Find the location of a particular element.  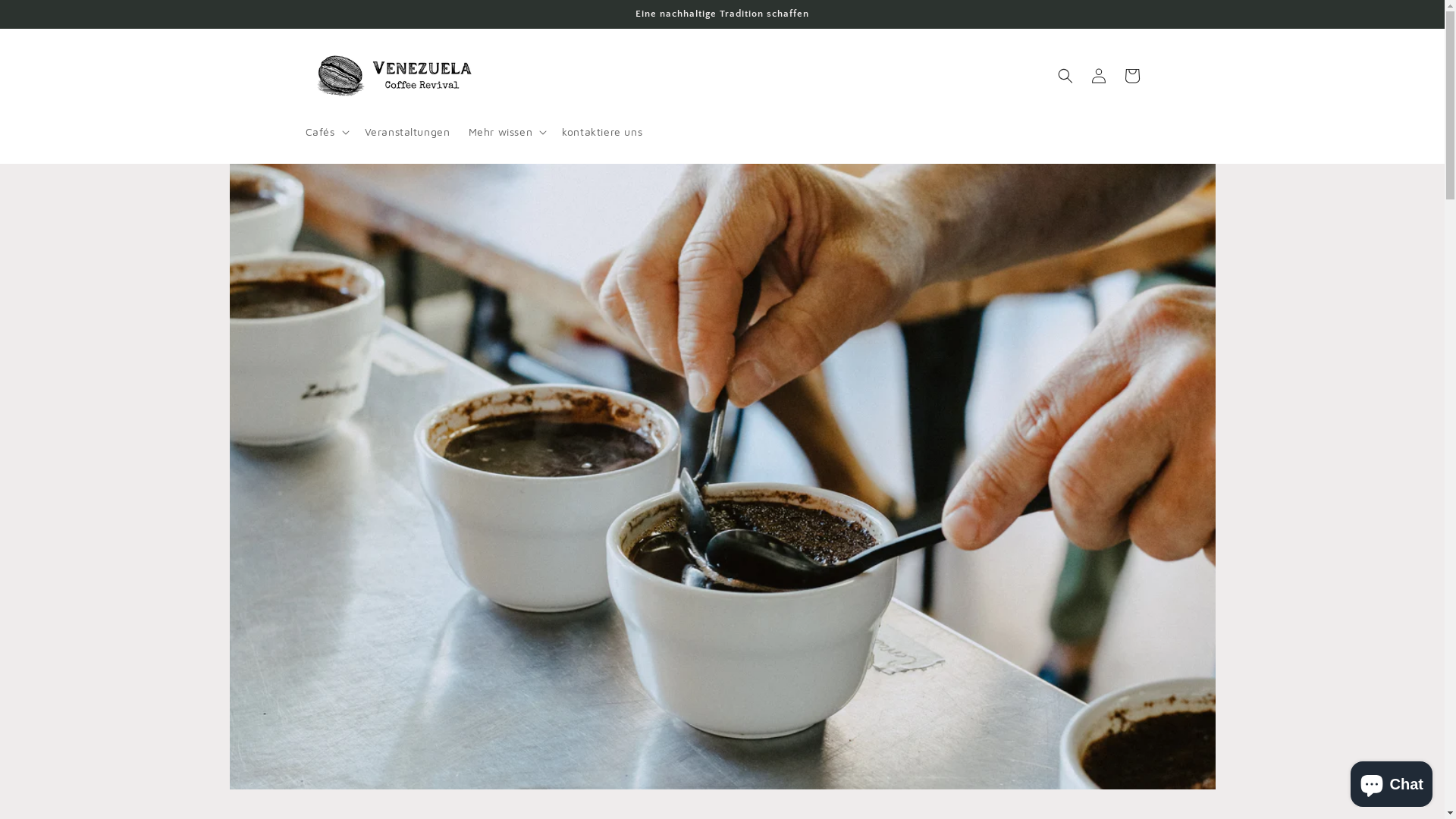

'Veranstaltungen' is located at coordinates (406, 130).